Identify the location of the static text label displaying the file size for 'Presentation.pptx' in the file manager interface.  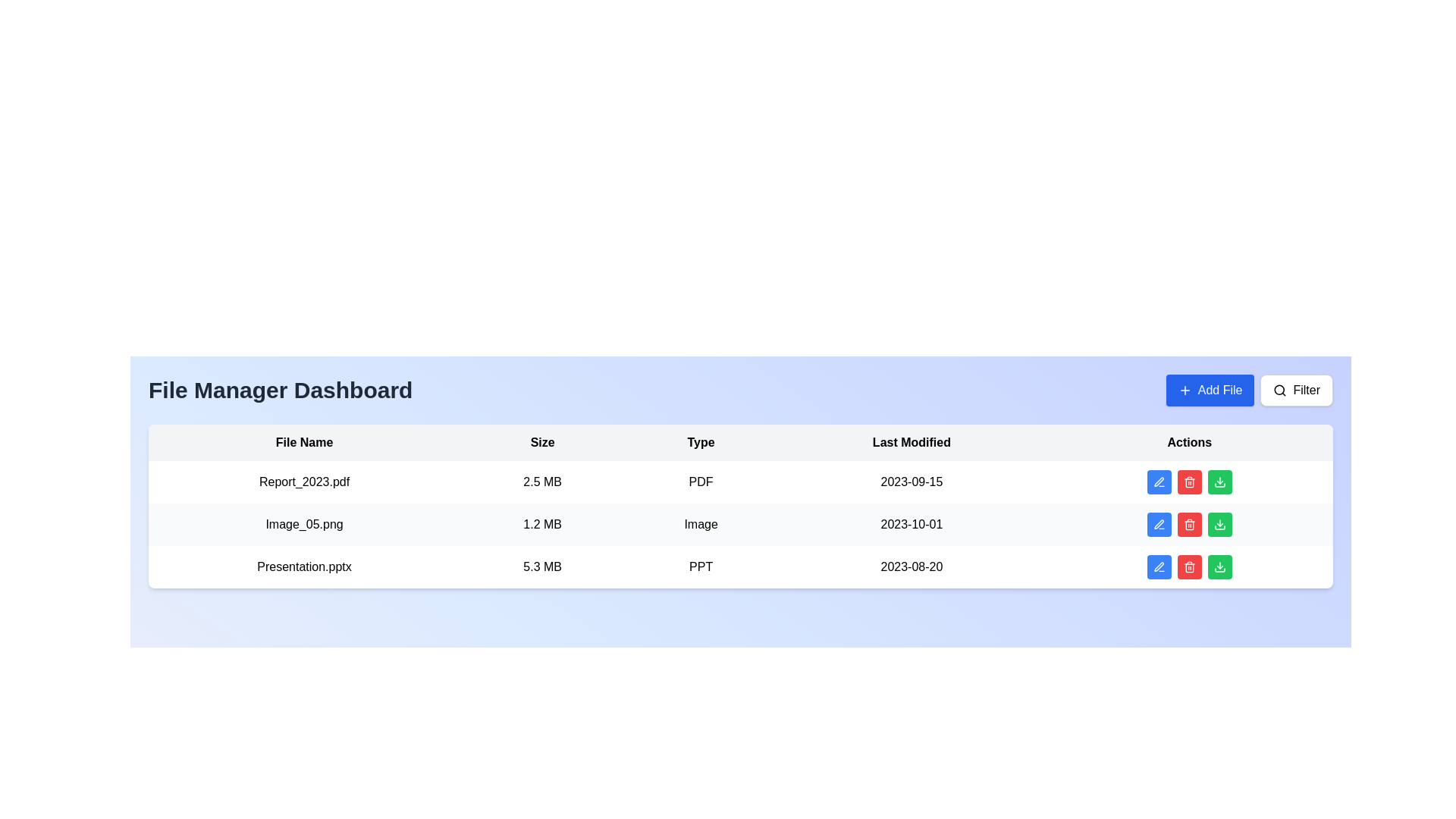
(542, 567).